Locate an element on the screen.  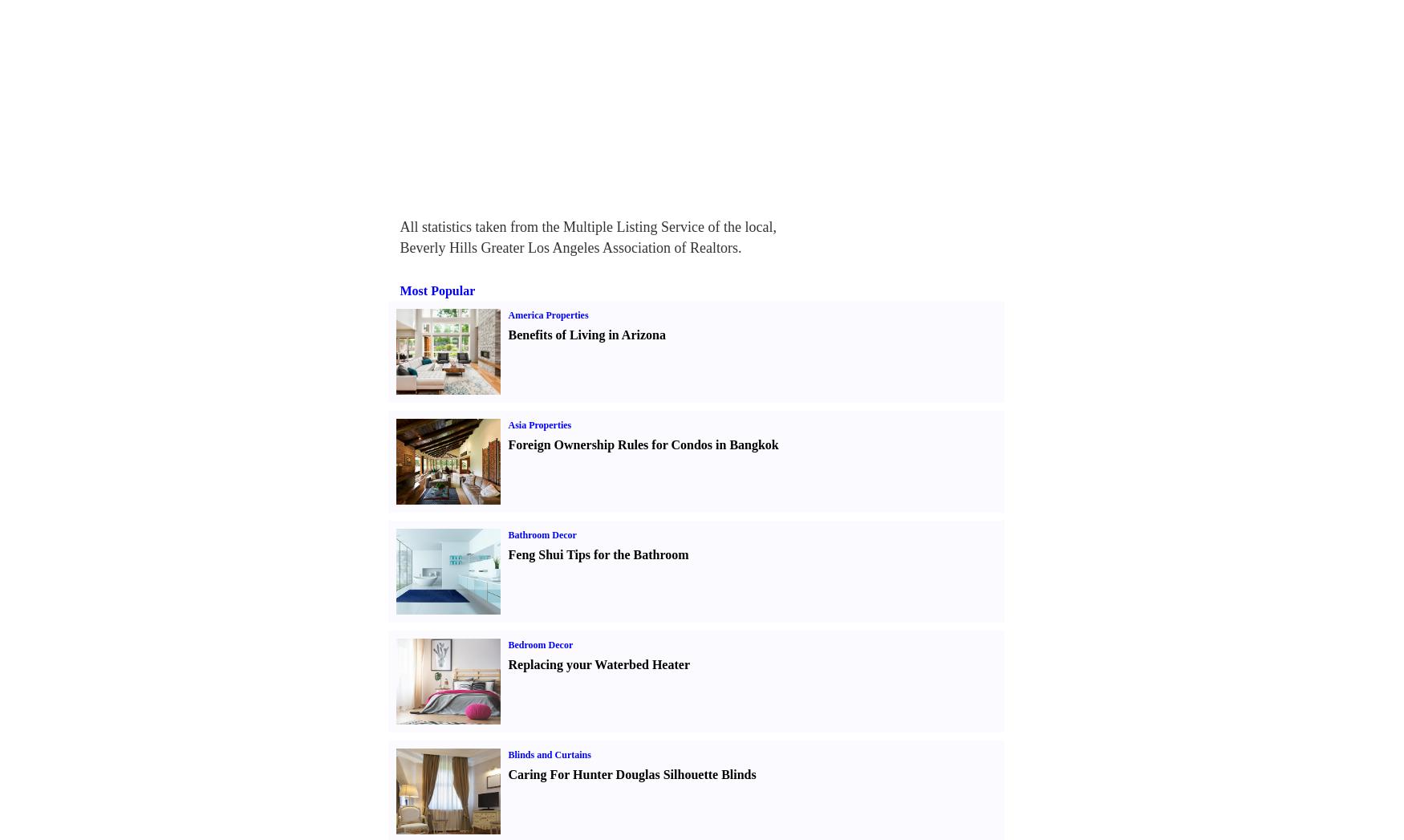
'Most Popular' is located at coordinates (400, 290).